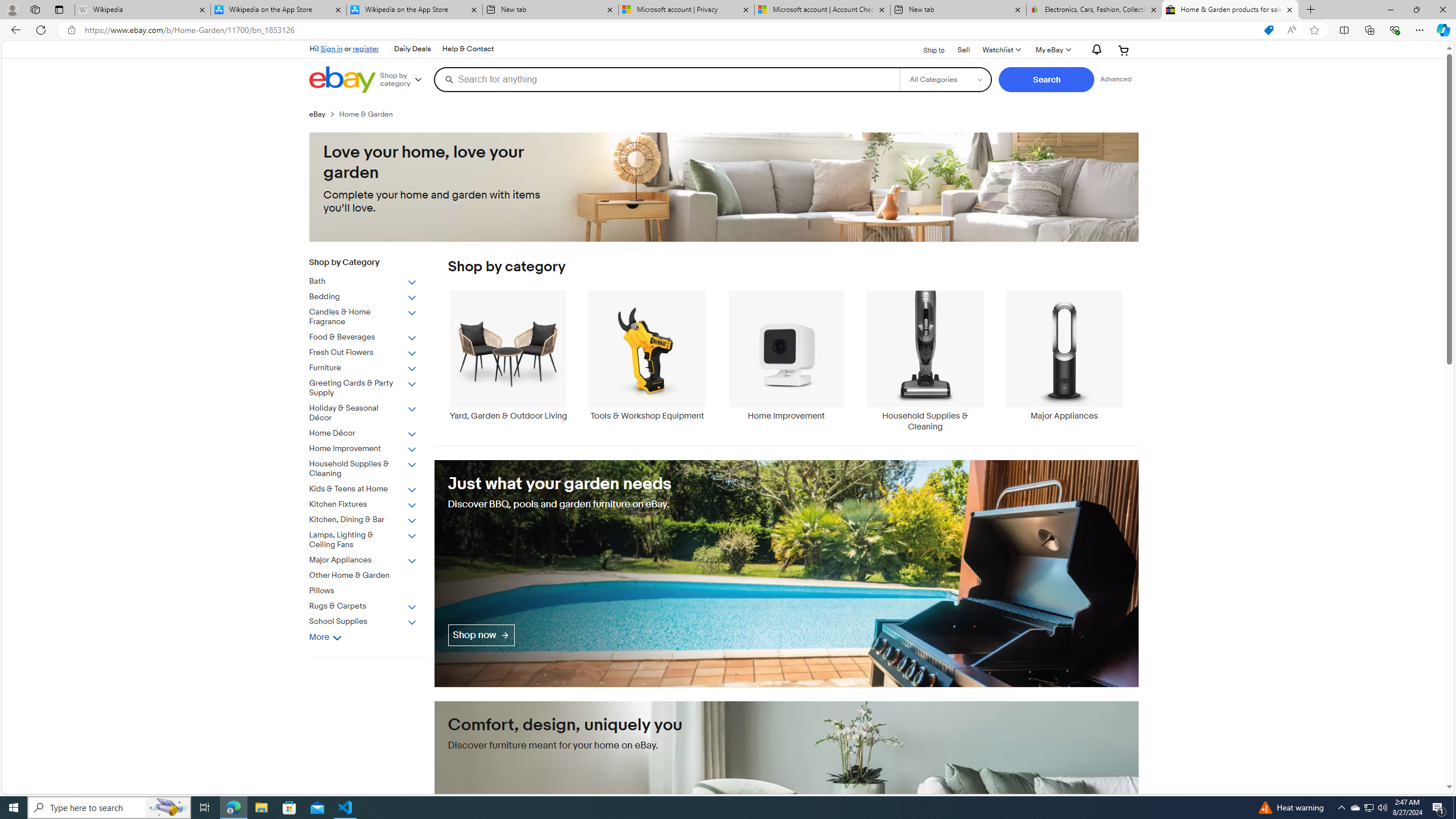  Describe the element at coordinates (362, 621) in the screenshot. I see `'School Supplies'` at that location.